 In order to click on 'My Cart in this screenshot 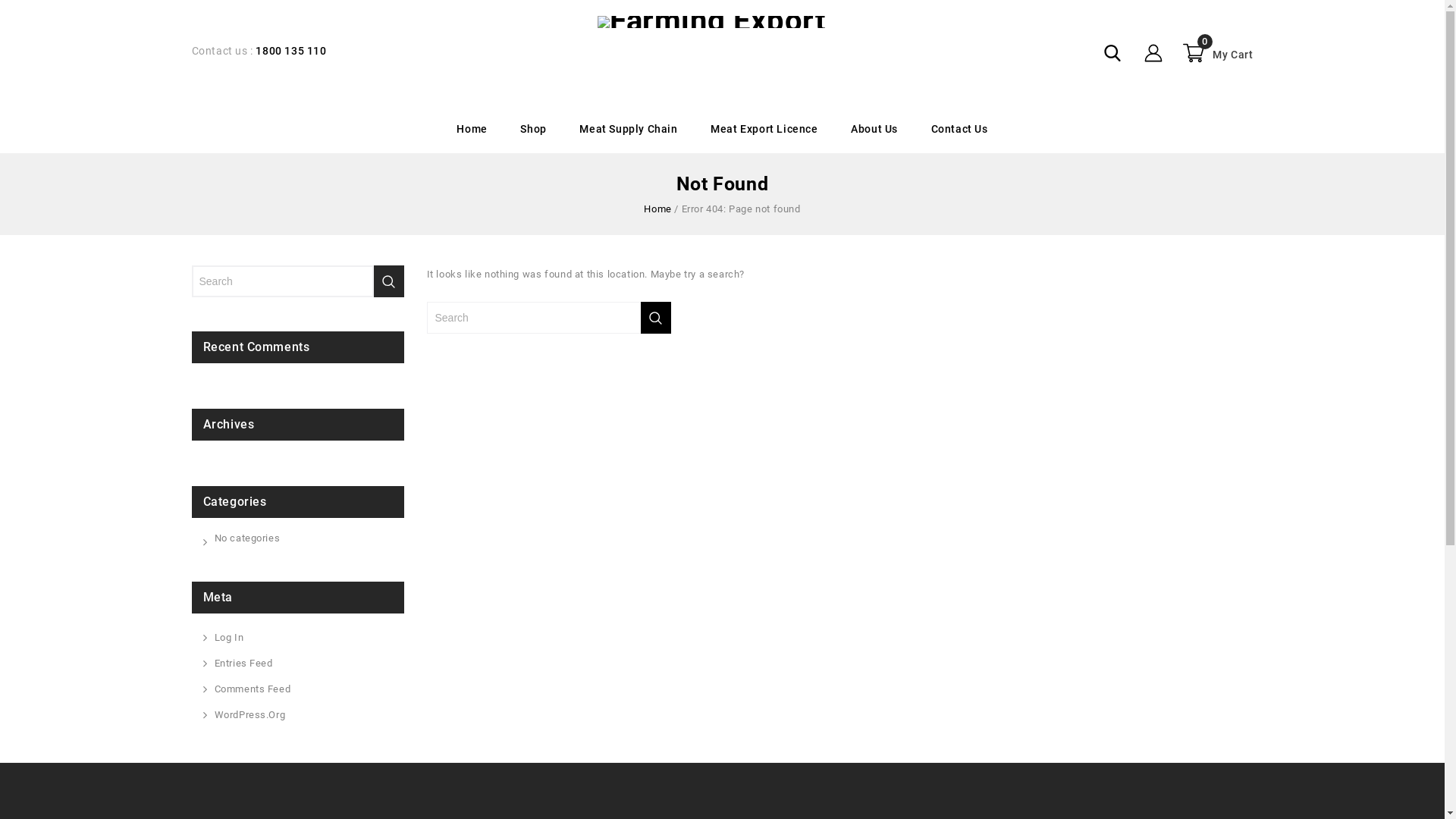, I will do `click(1216, 52)`.